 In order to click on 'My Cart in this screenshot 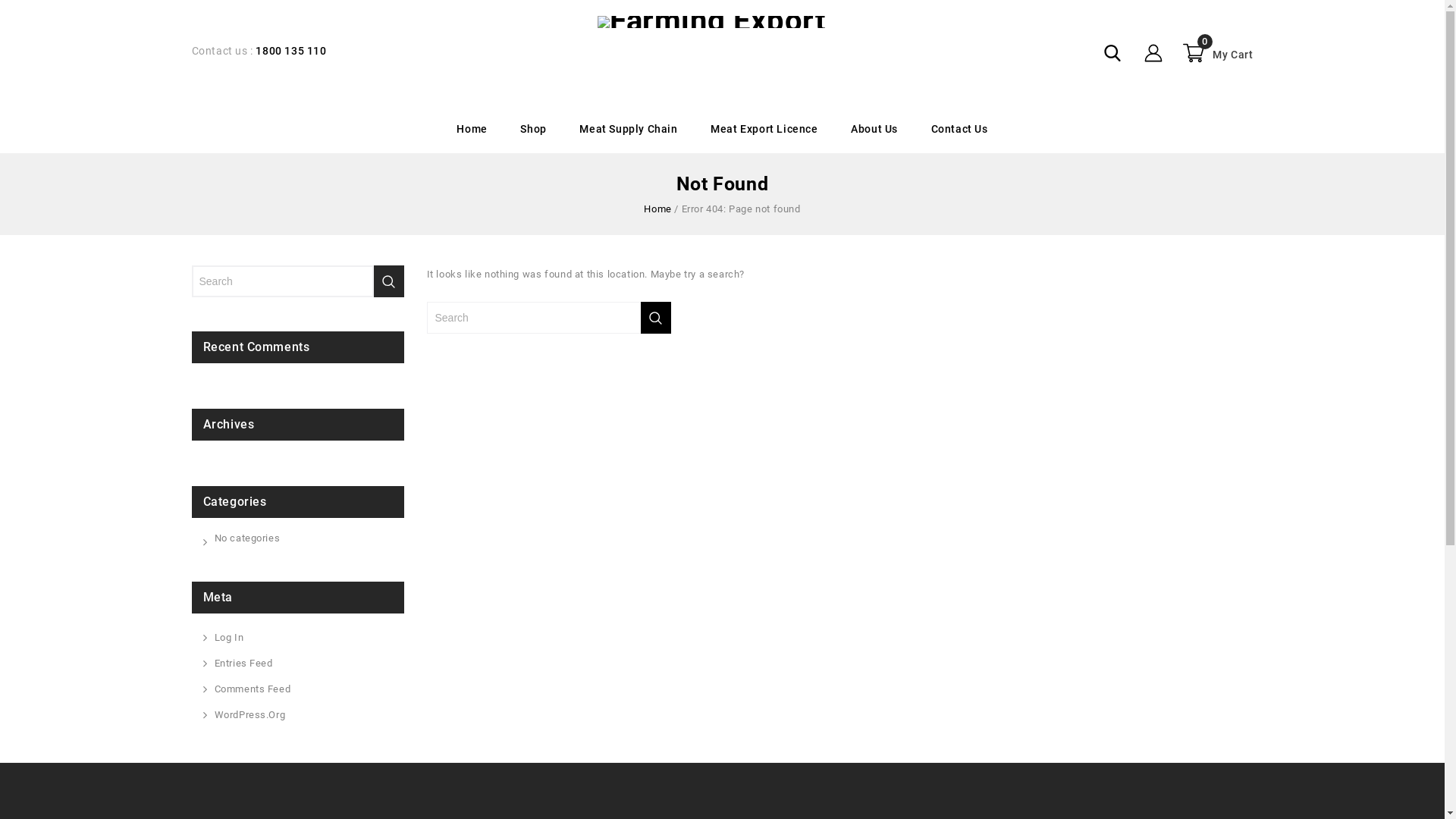, I will do `click(1216, 52)`.